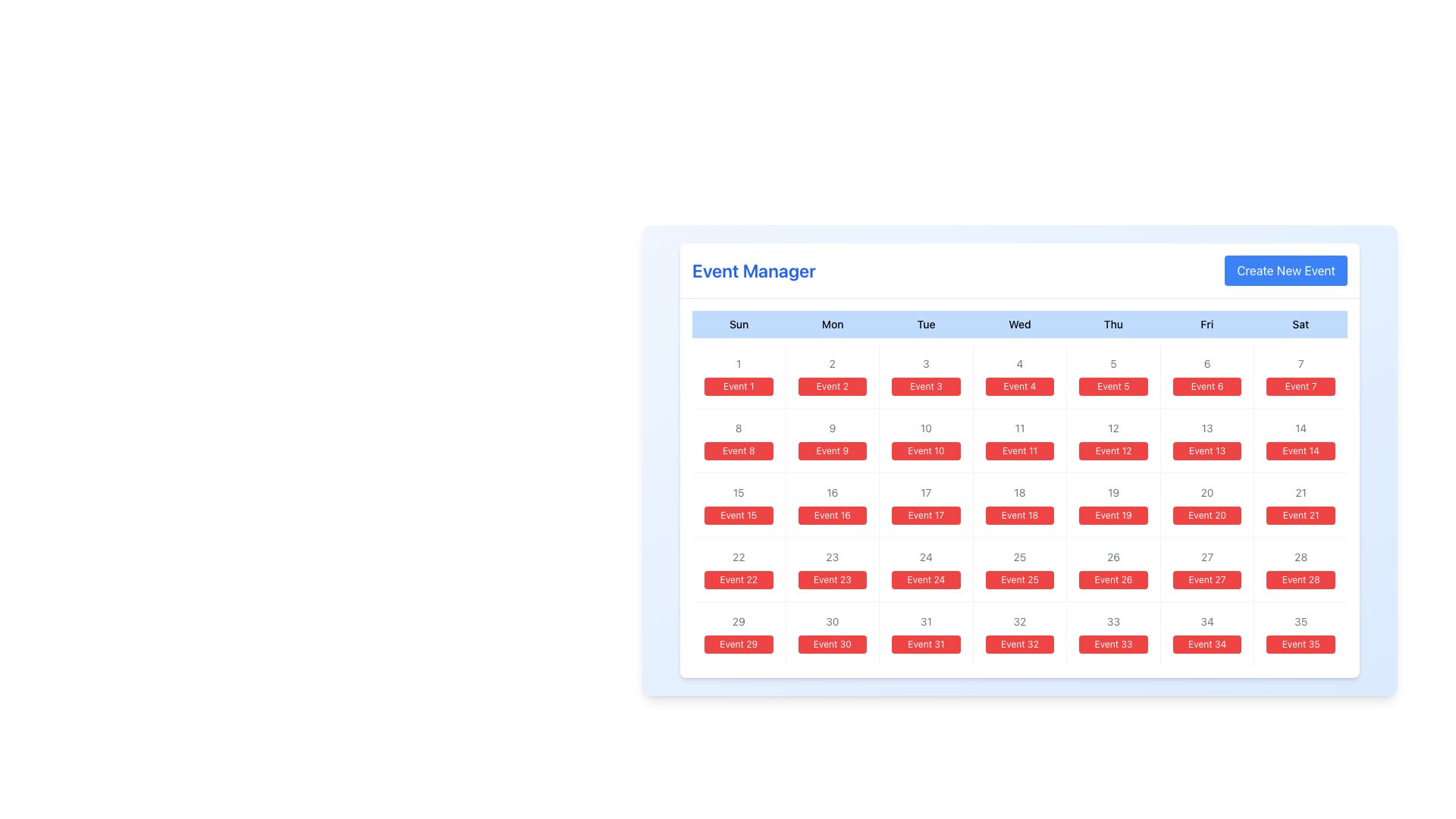  I want to click on the static text display showing the number '29', which is styled in gray and located in the last row of the calendar, so click(739, 622).